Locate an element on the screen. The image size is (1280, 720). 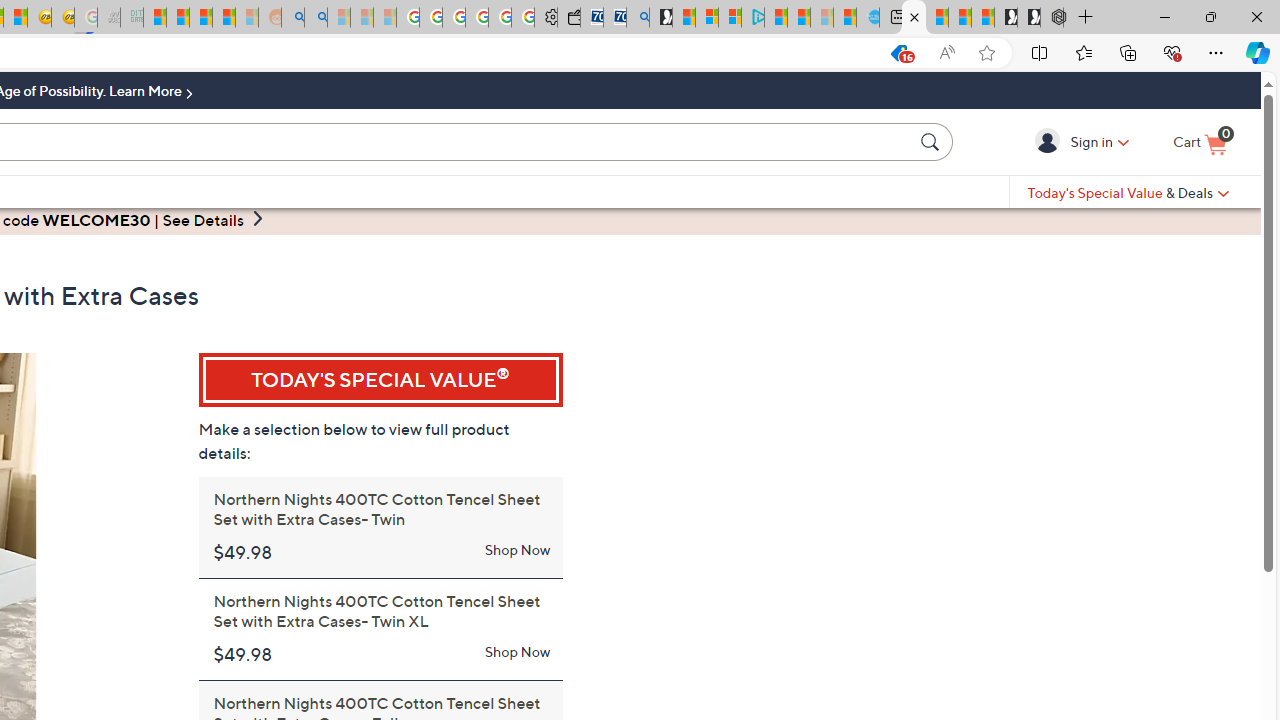
'Cheap Car Rentals - Save70.com' is located at coordinates (614, 17).